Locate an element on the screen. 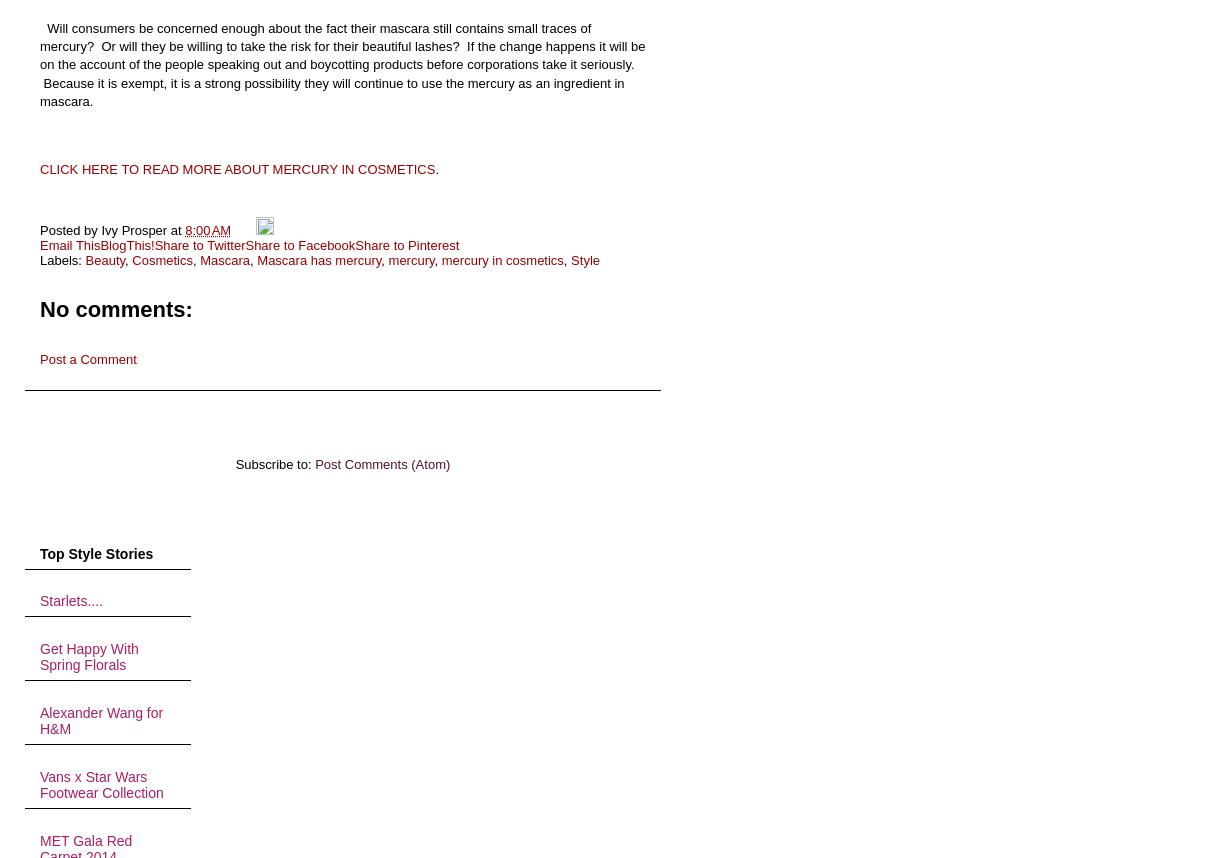  'at' is located at coordinates (177, 228).